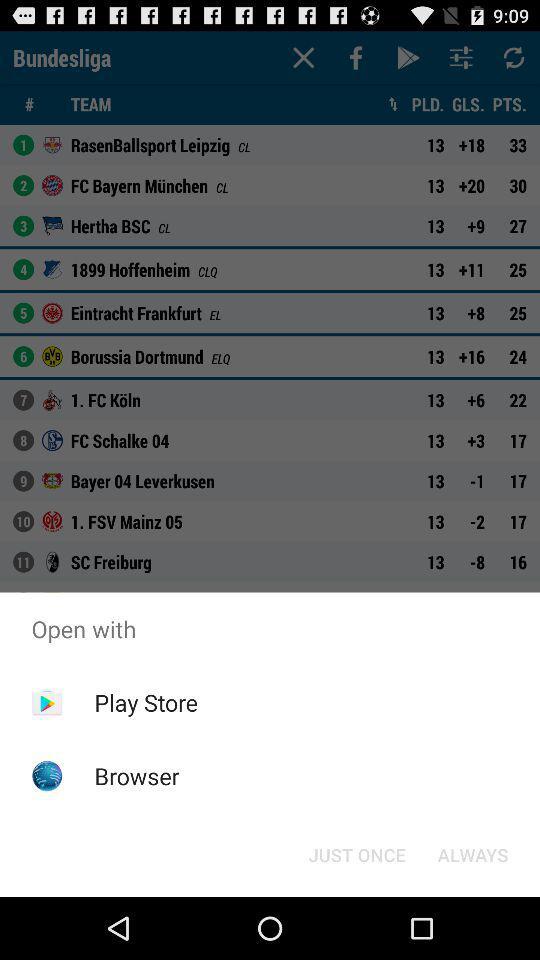 The image size is (540, 960). I want to click on item below the play store item, so click(136, 775).